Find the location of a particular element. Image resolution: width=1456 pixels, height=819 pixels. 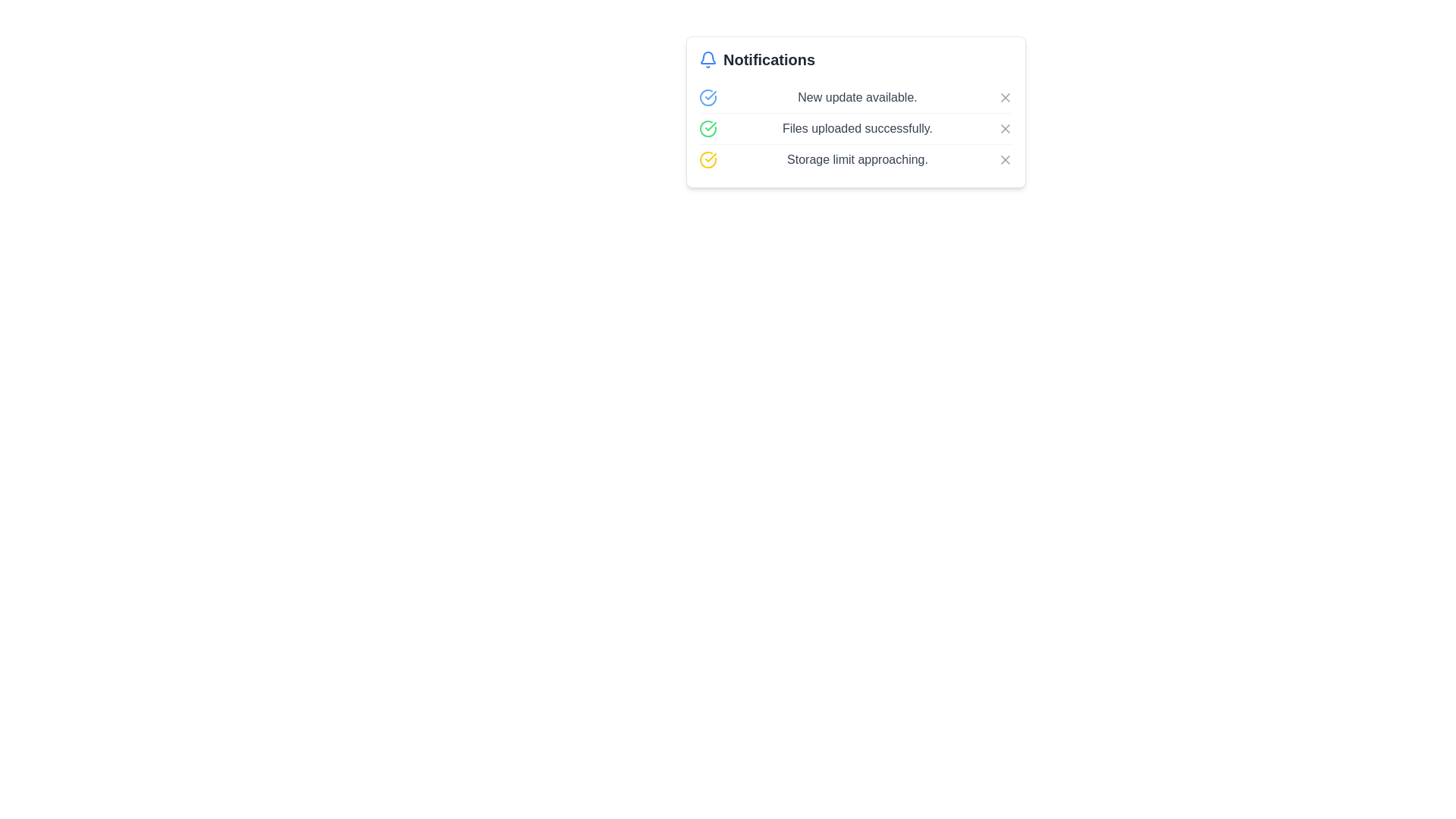

the dismiss button represented by an 'X' icon located on the far right of the notification block is located at coordinates (1005, 160).